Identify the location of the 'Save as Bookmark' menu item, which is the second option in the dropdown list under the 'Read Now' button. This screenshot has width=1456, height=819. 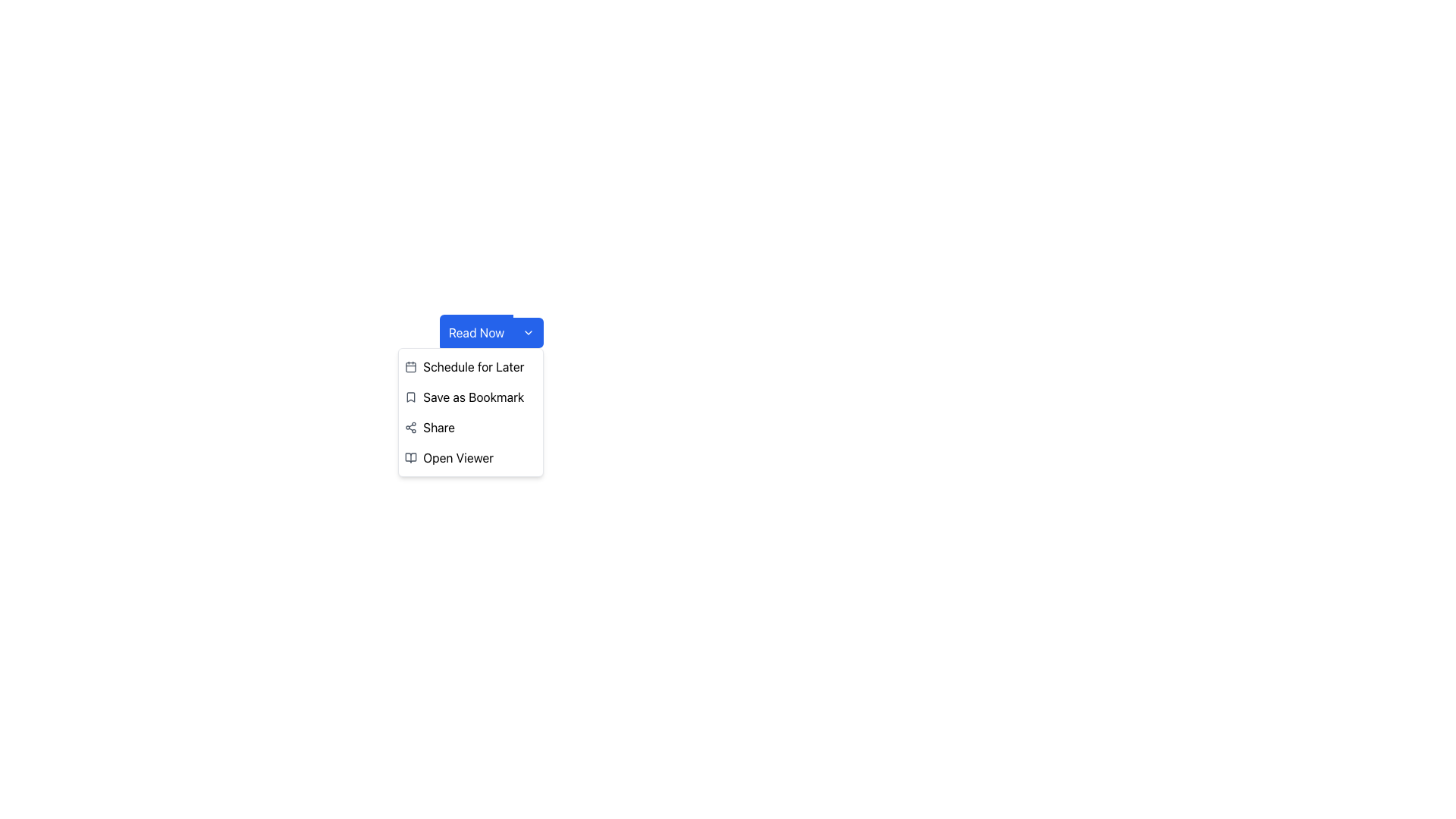
(470, 412).